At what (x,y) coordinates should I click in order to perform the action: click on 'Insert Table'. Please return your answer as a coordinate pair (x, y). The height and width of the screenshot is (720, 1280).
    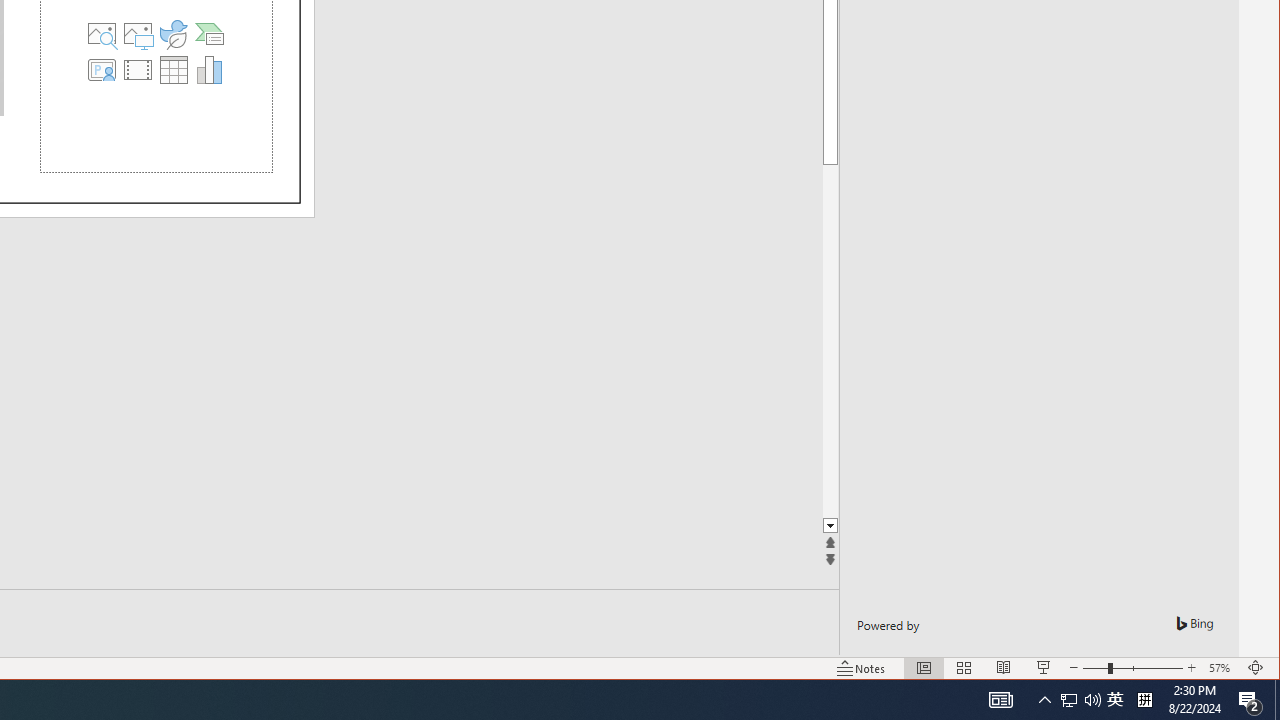
    Looking at the image, I should click on (173, 68).